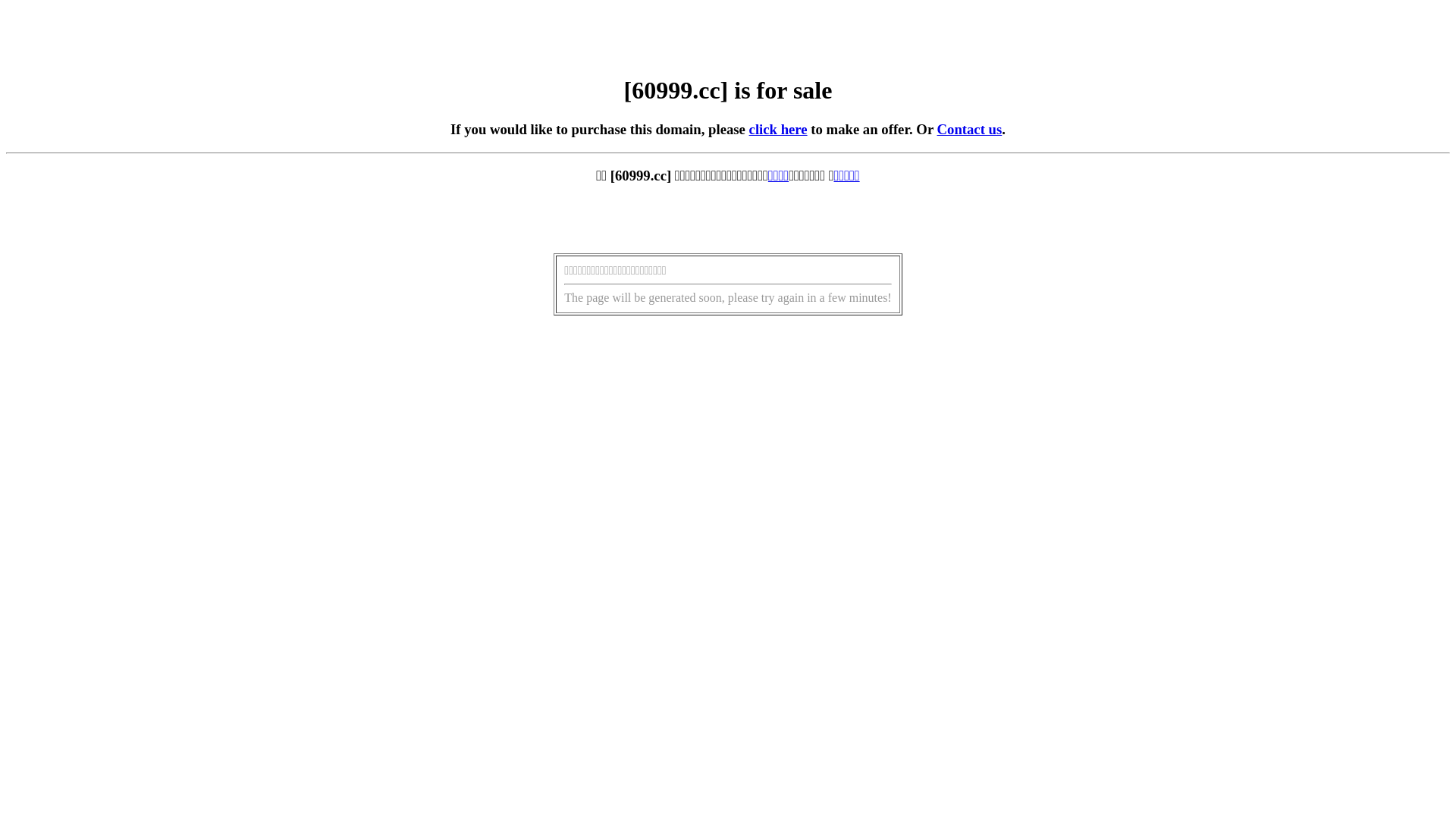 The width and height of the screenshot is (1456, 819). What do you see at coordinates (968, 128) in the screenshot?
I see `'Contact us'` at bounding box center [968, 128].